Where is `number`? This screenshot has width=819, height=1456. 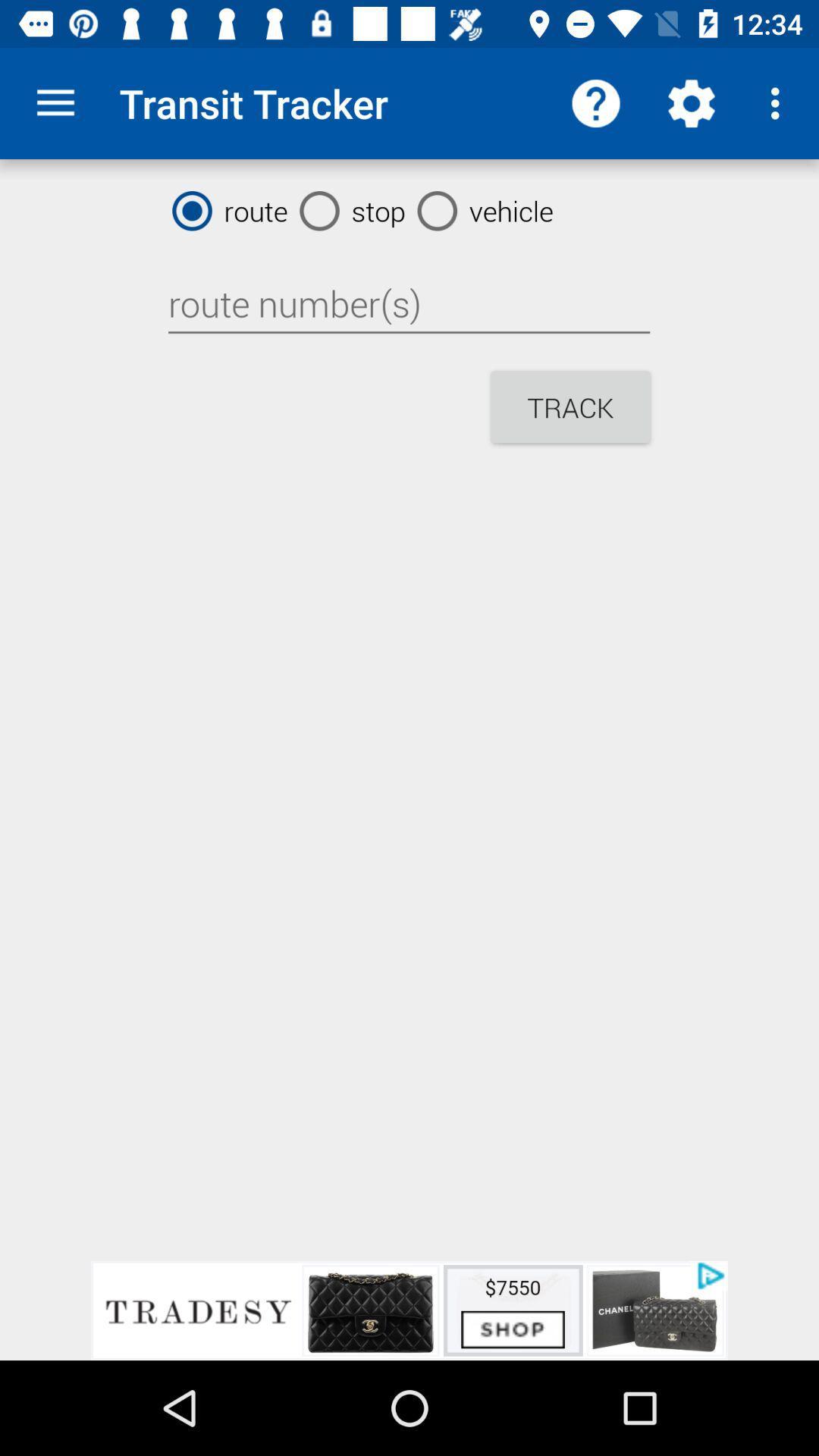
number is located at coordinates (408, 303).